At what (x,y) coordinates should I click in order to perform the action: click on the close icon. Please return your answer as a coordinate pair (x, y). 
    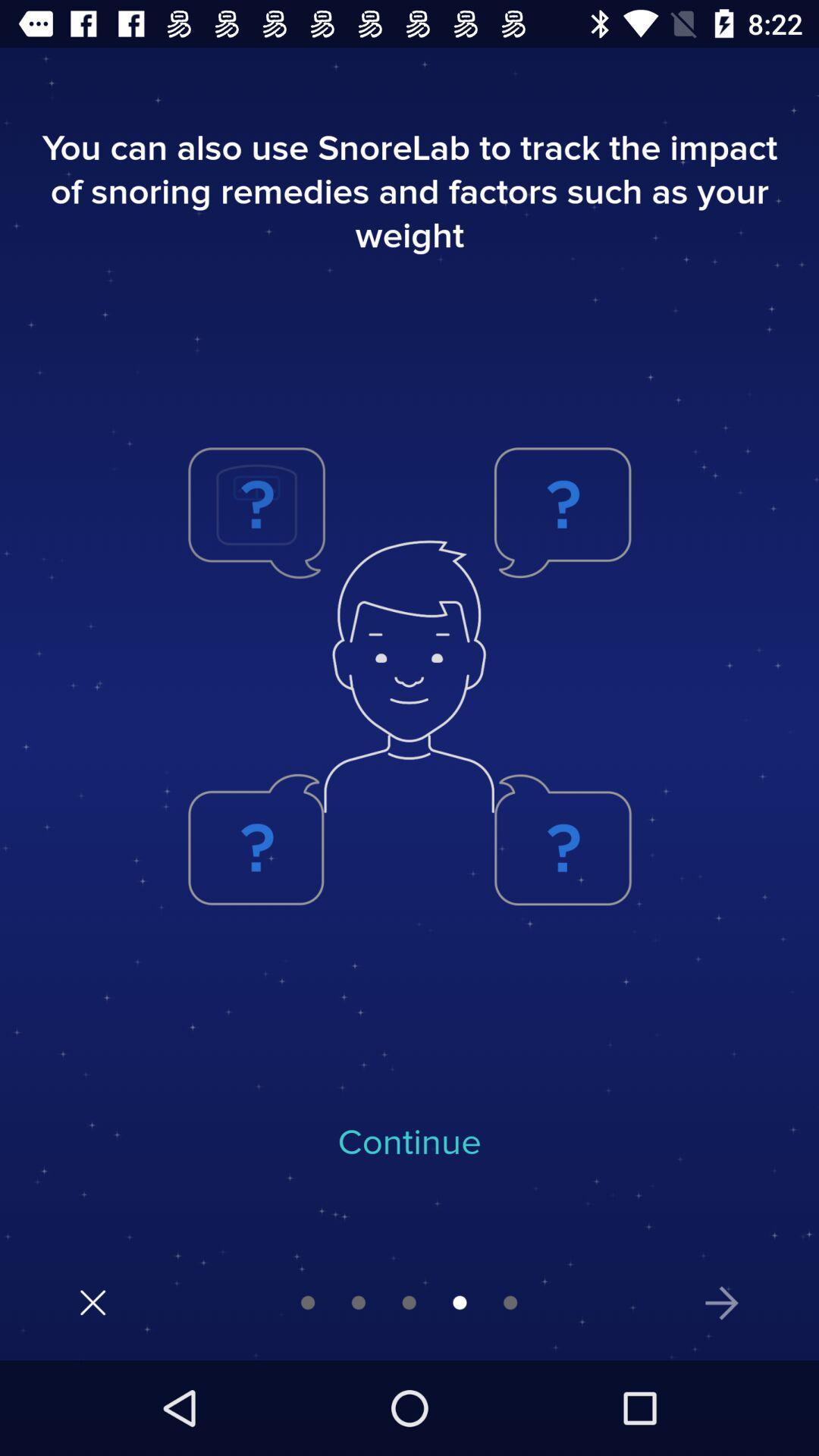
    Looking at the image, I should click on (93, 1301).